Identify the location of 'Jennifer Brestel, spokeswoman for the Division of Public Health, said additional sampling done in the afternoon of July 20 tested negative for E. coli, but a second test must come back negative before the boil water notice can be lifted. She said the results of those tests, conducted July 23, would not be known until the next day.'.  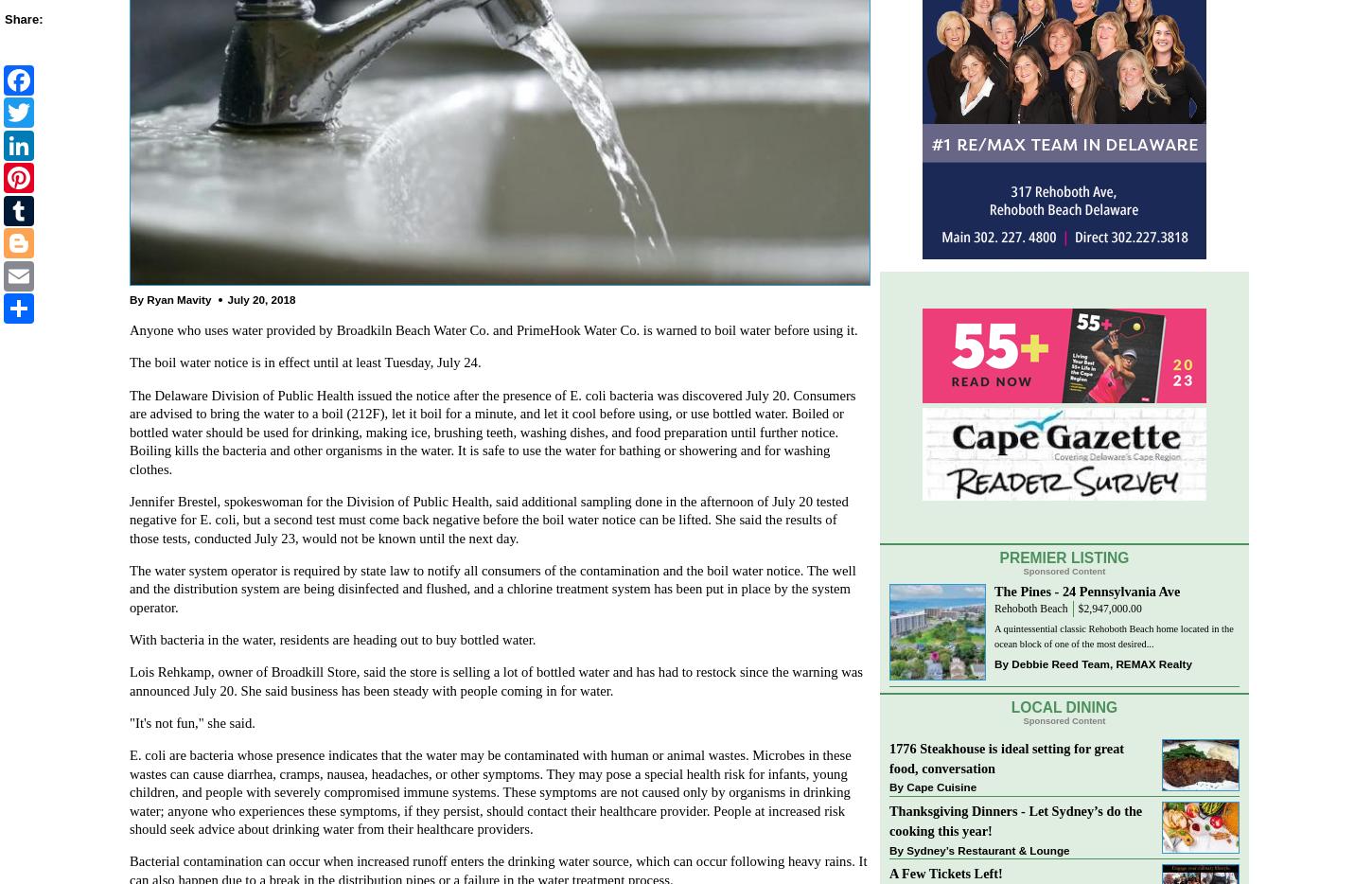
(488, 519).